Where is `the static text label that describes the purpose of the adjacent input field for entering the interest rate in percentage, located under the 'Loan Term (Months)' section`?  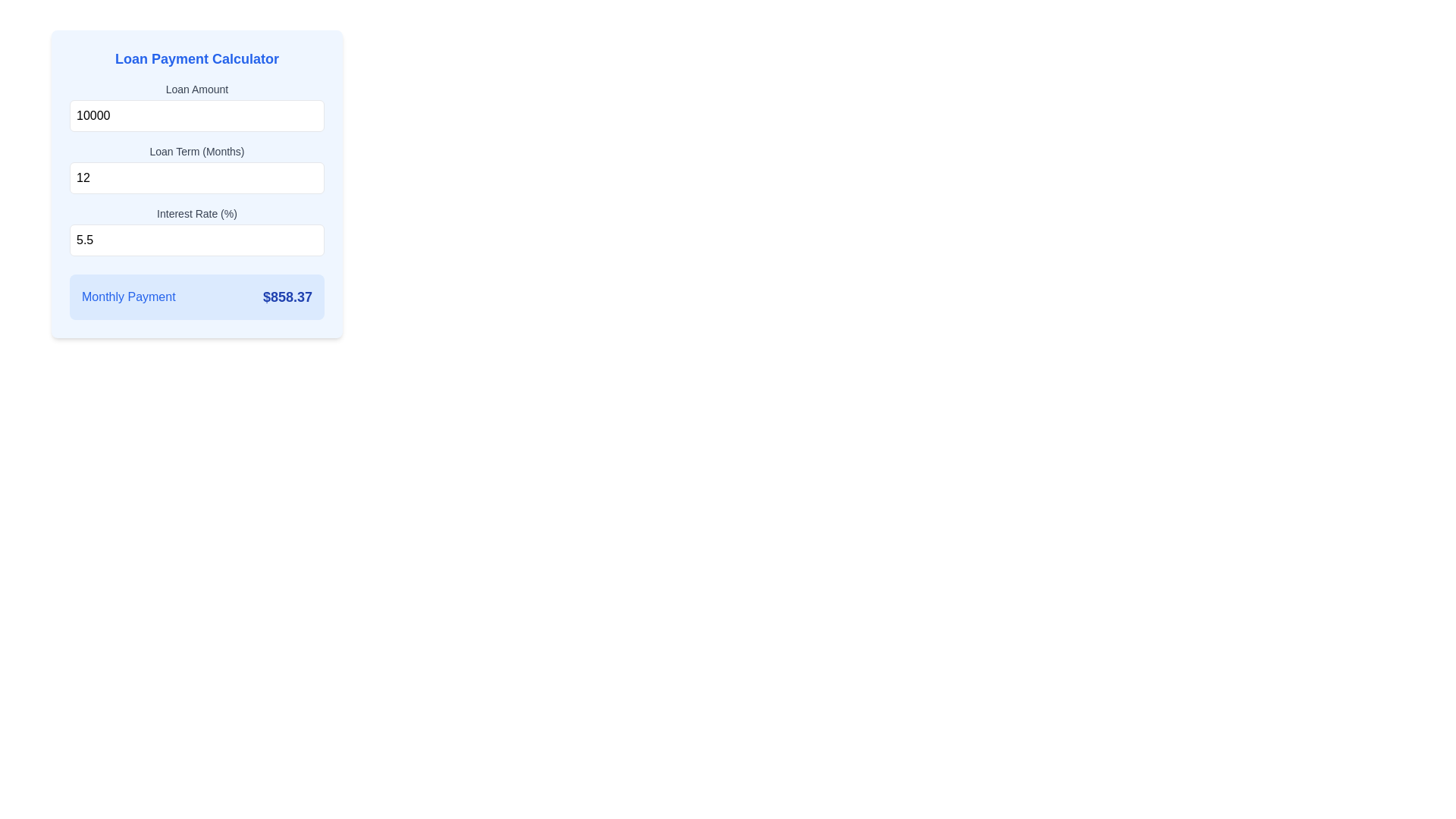
the static text label that describes the purpose of the adjacent input field for entering the interest rate in percentage, located under the 'Loan Term (Months)' section is located at coordinates (196, 213).